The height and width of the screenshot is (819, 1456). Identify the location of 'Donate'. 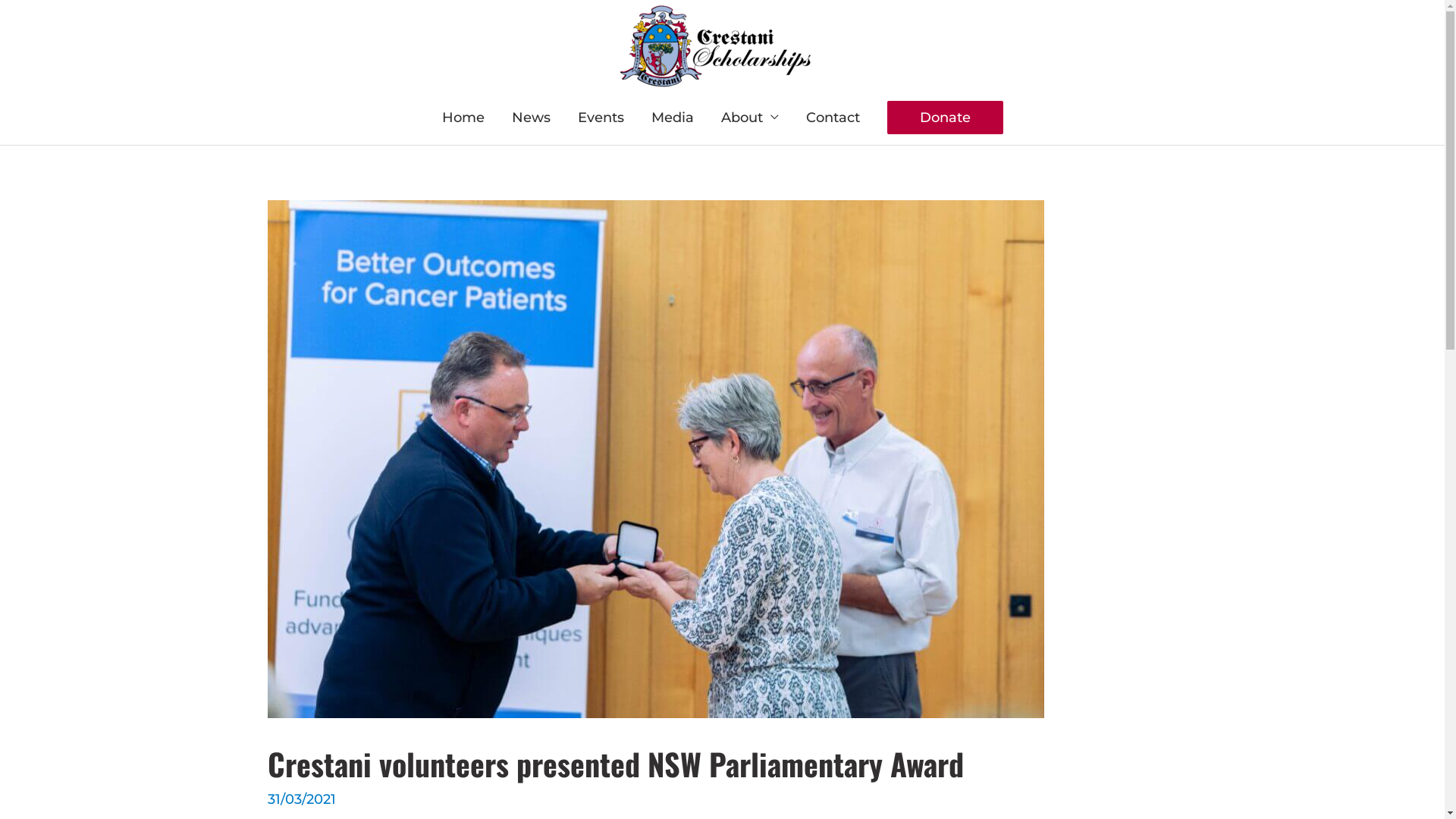
(944, 116).